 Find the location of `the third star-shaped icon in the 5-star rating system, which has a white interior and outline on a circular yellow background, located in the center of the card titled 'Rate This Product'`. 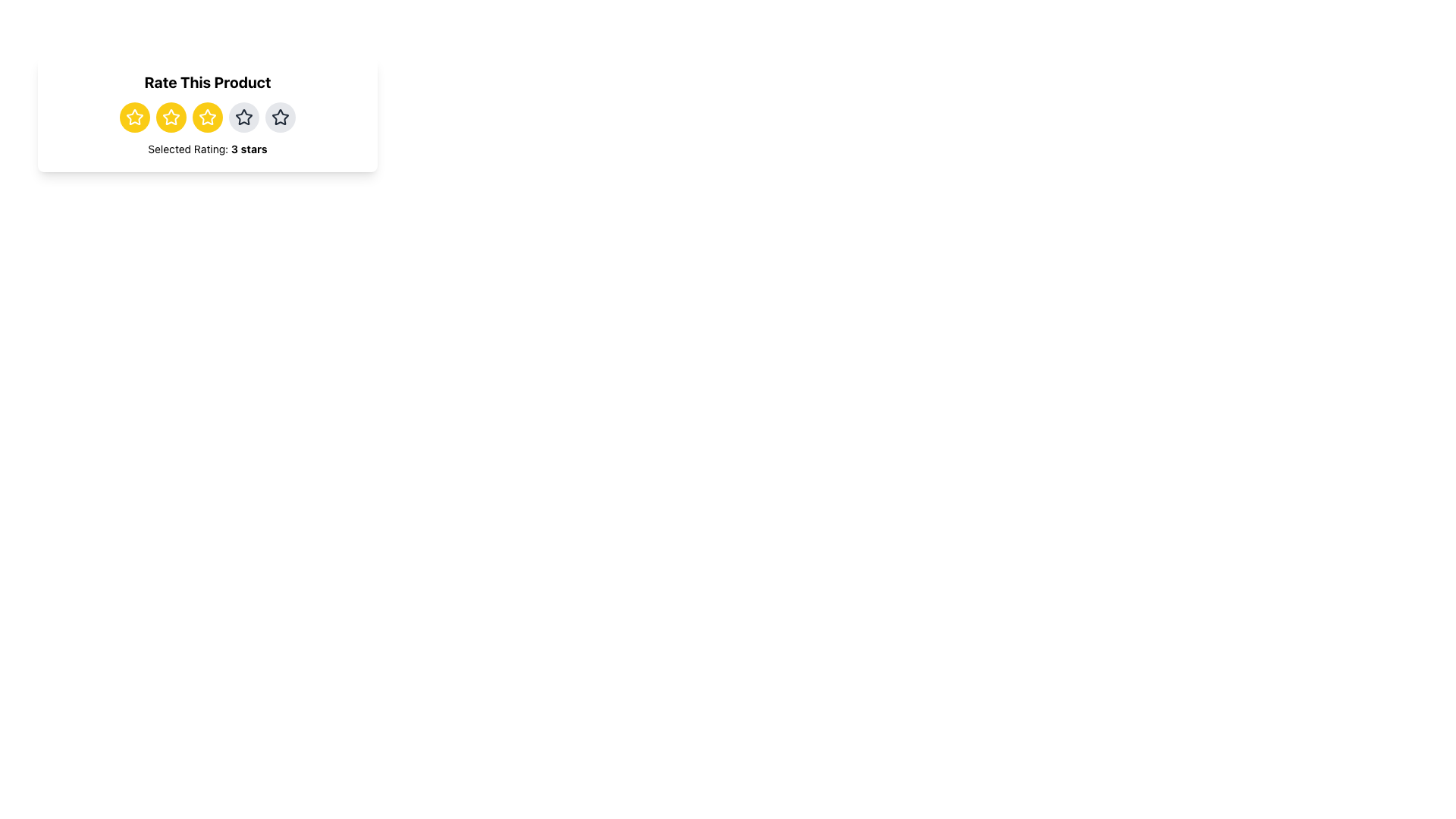

the third star-shaped icon in the 5-star rating system, which has a white interior and outline on a circular yellow background, located in the center of the card titled 'Rate This Product' is located at coordinates (134, 116).